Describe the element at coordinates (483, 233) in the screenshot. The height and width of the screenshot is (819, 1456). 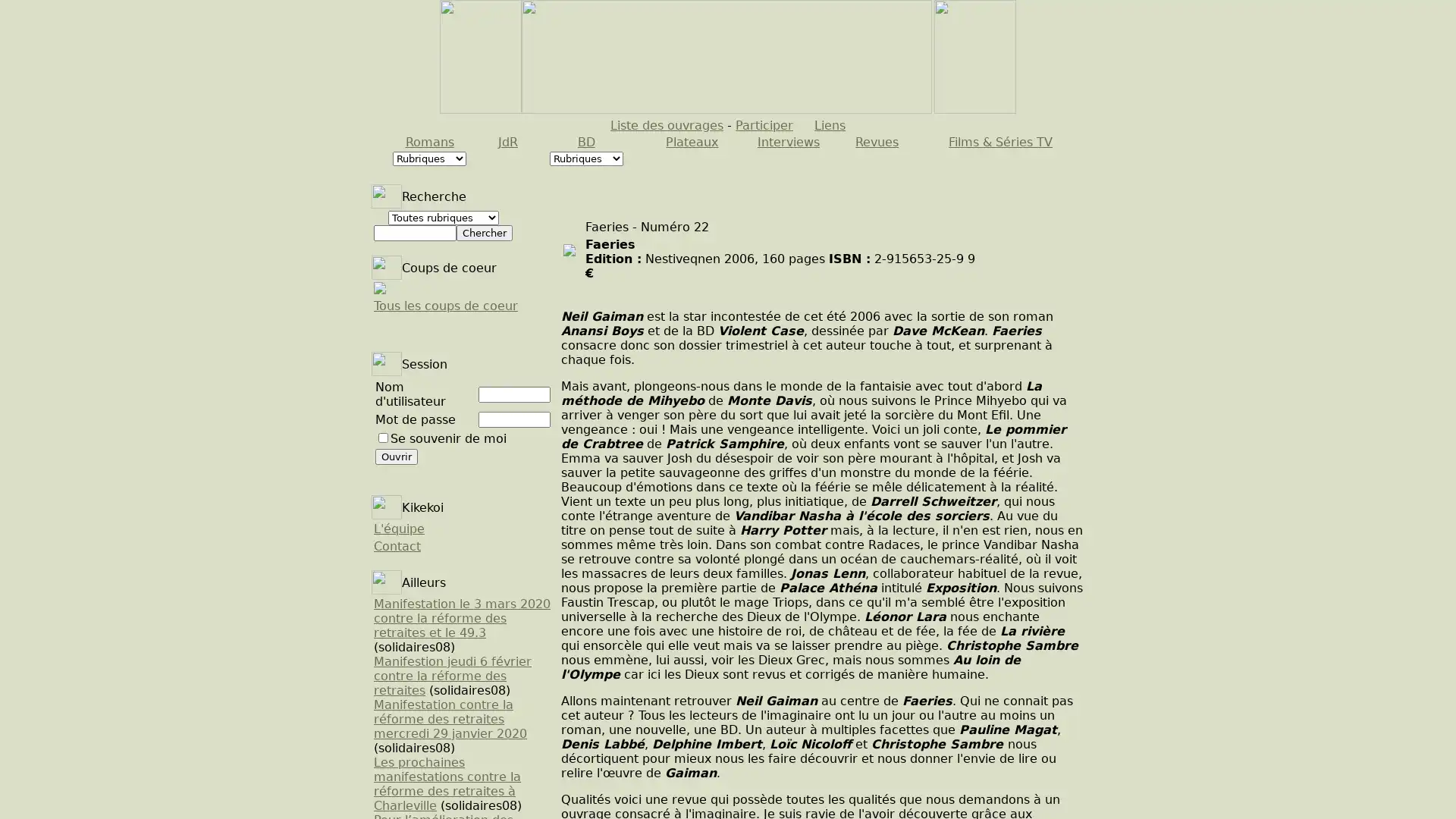
I see `Chercher` at that location.